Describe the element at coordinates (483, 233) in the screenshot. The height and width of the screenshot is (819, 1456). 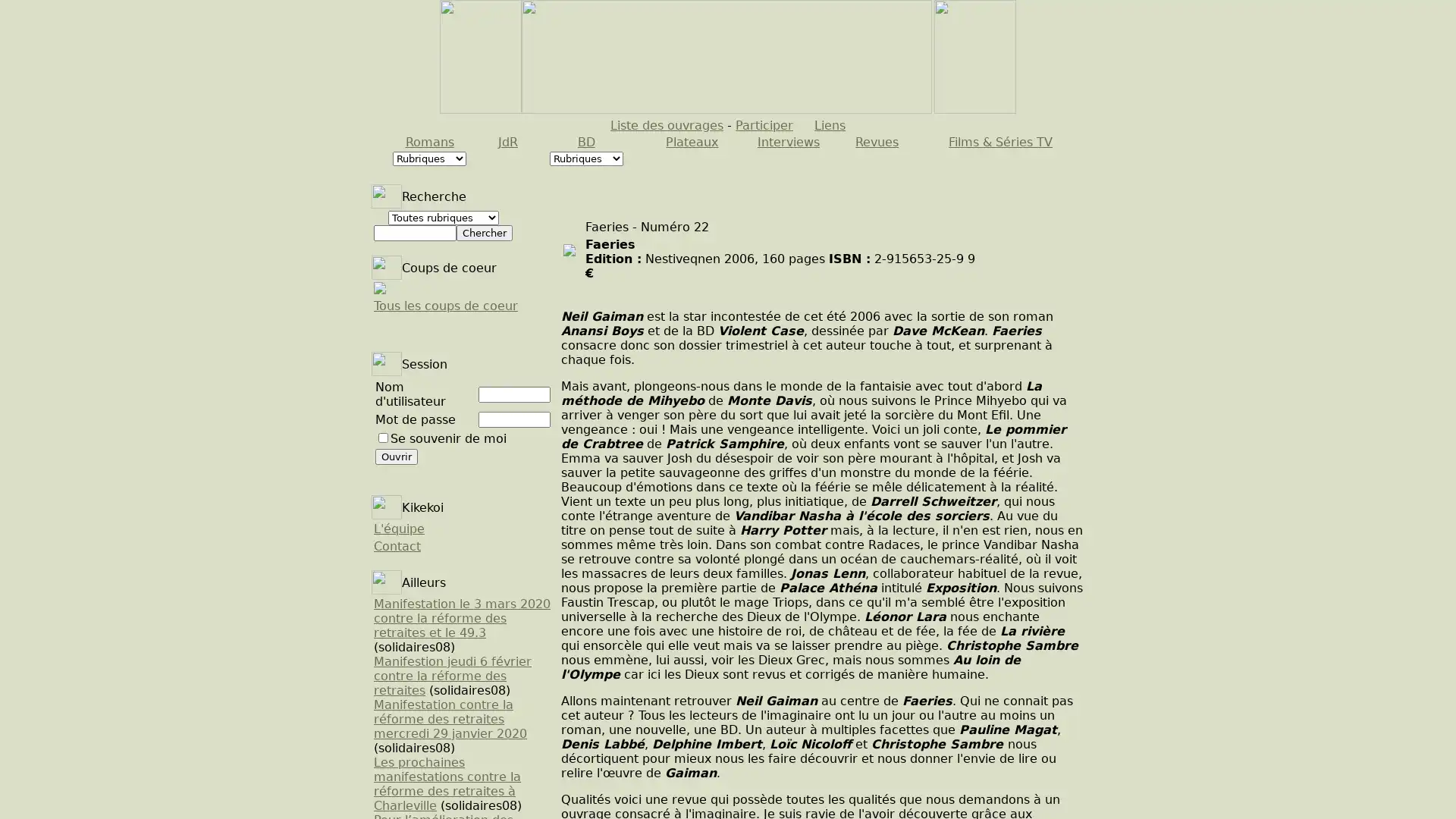
I see `Chercher` at that location.